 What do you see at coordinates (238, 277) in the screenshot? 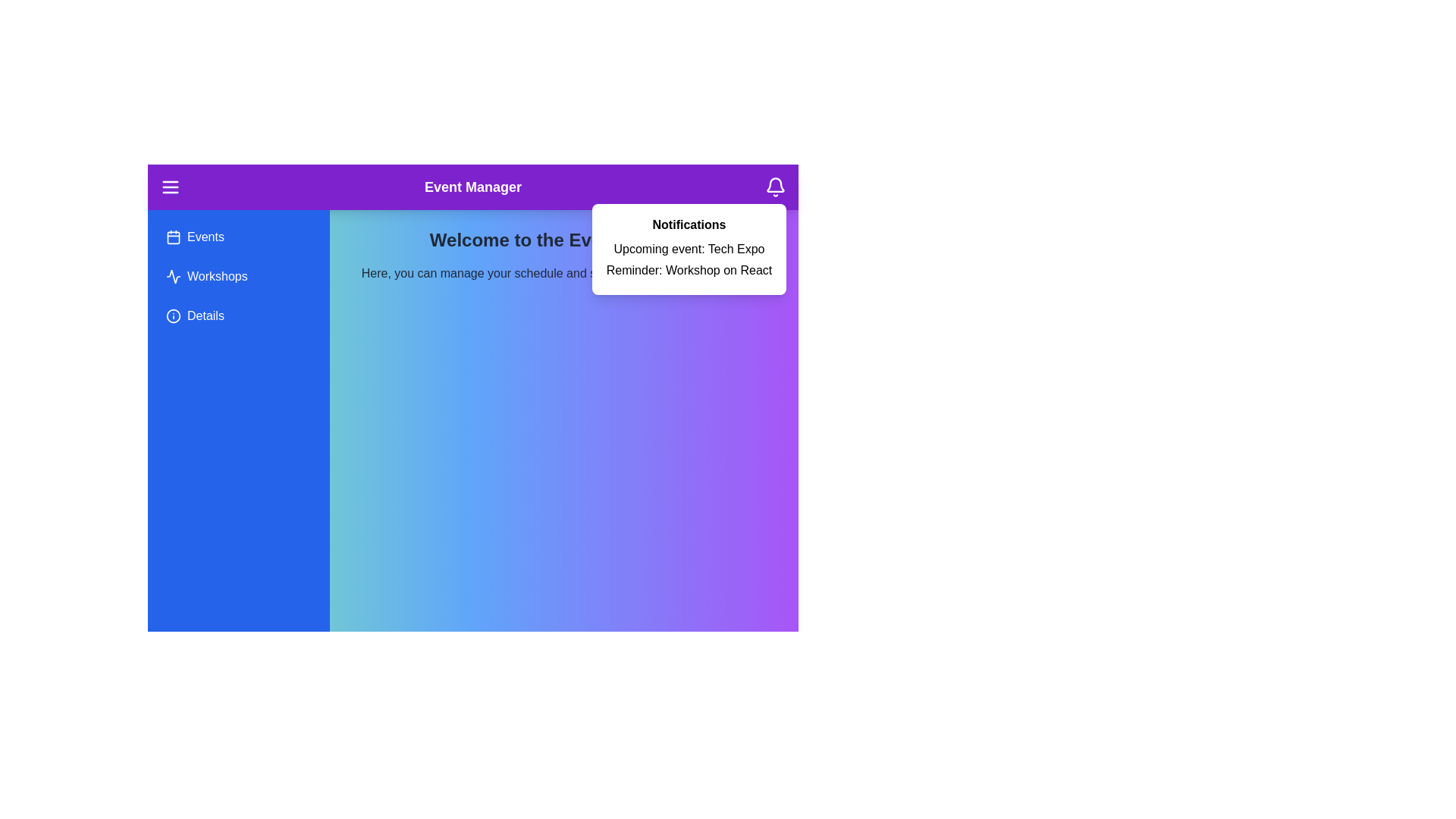
I see `the sidebar menu item Workshops to interact with it` at bounding box center [238, 277].